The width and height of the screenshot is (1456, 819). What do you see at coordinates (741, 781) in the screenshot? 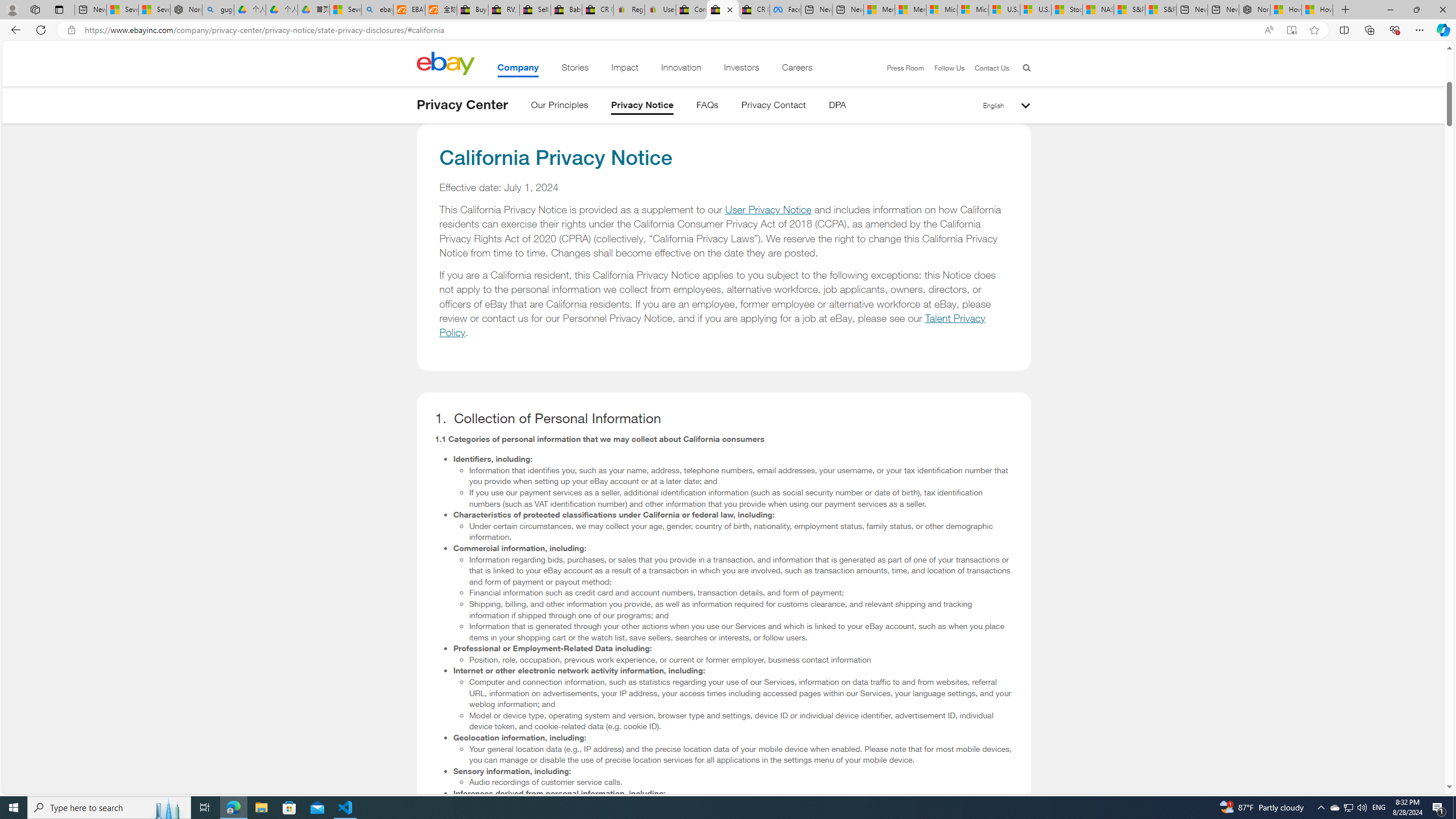
I see `'Audio recordings of customer service calls.'` at bounding box center [741, 781].